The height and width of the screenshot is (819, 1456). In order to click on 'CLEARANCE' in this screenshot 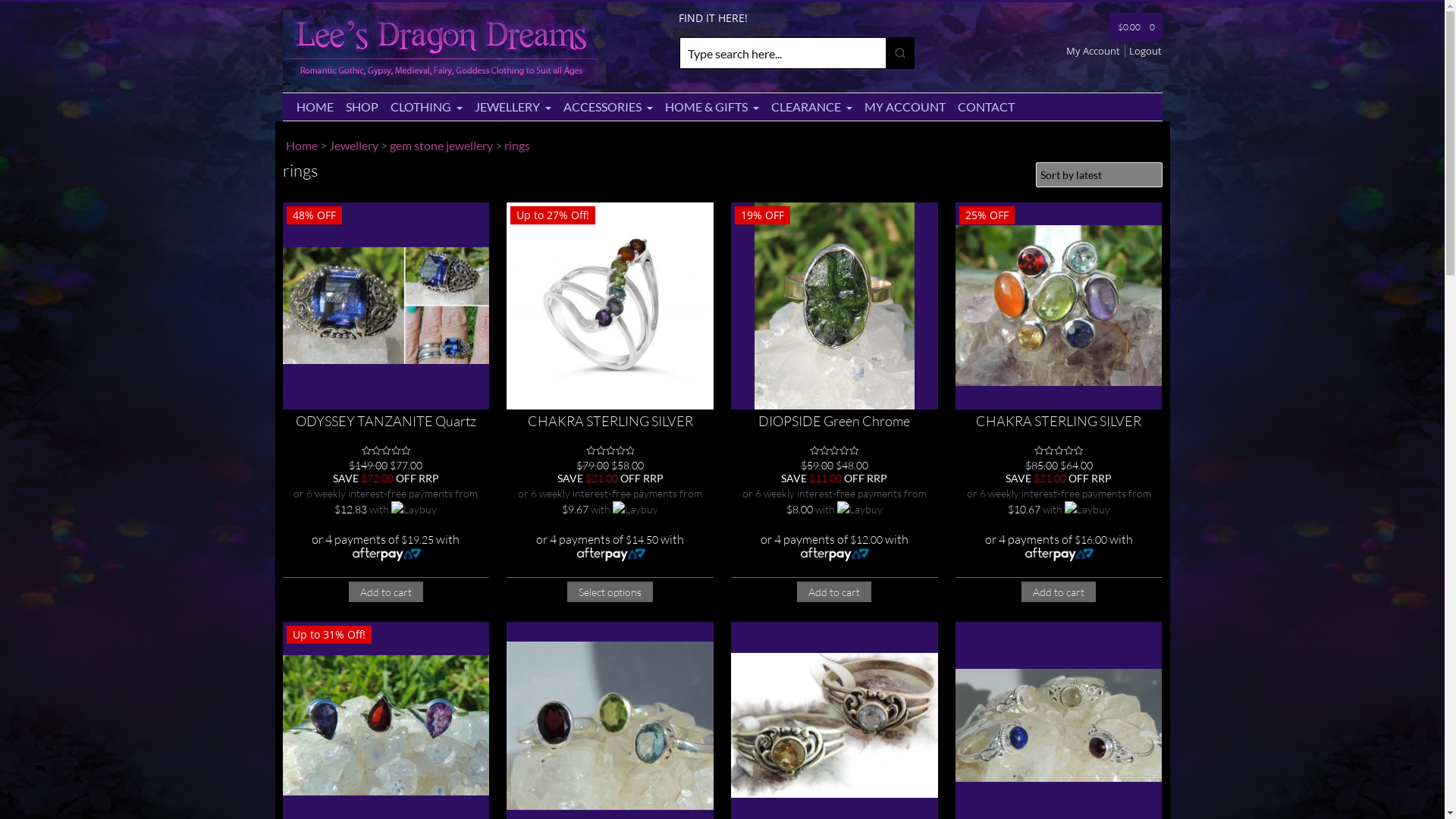, I will do `click(810, 106)`.